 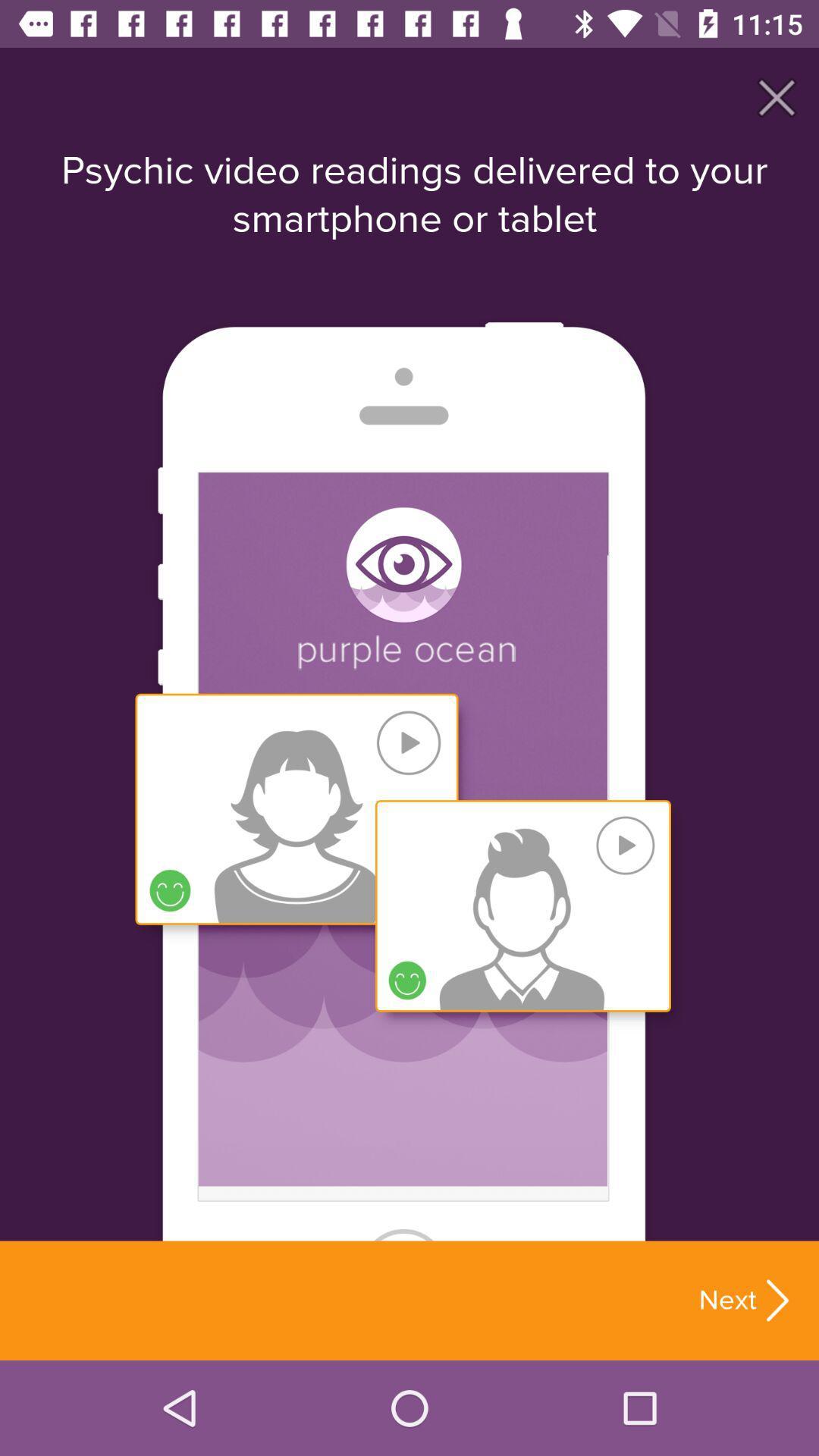 What do you see at coordinates (777, 96) in the screenshot?
I see `the close icon` at bounding box center [777, 96].